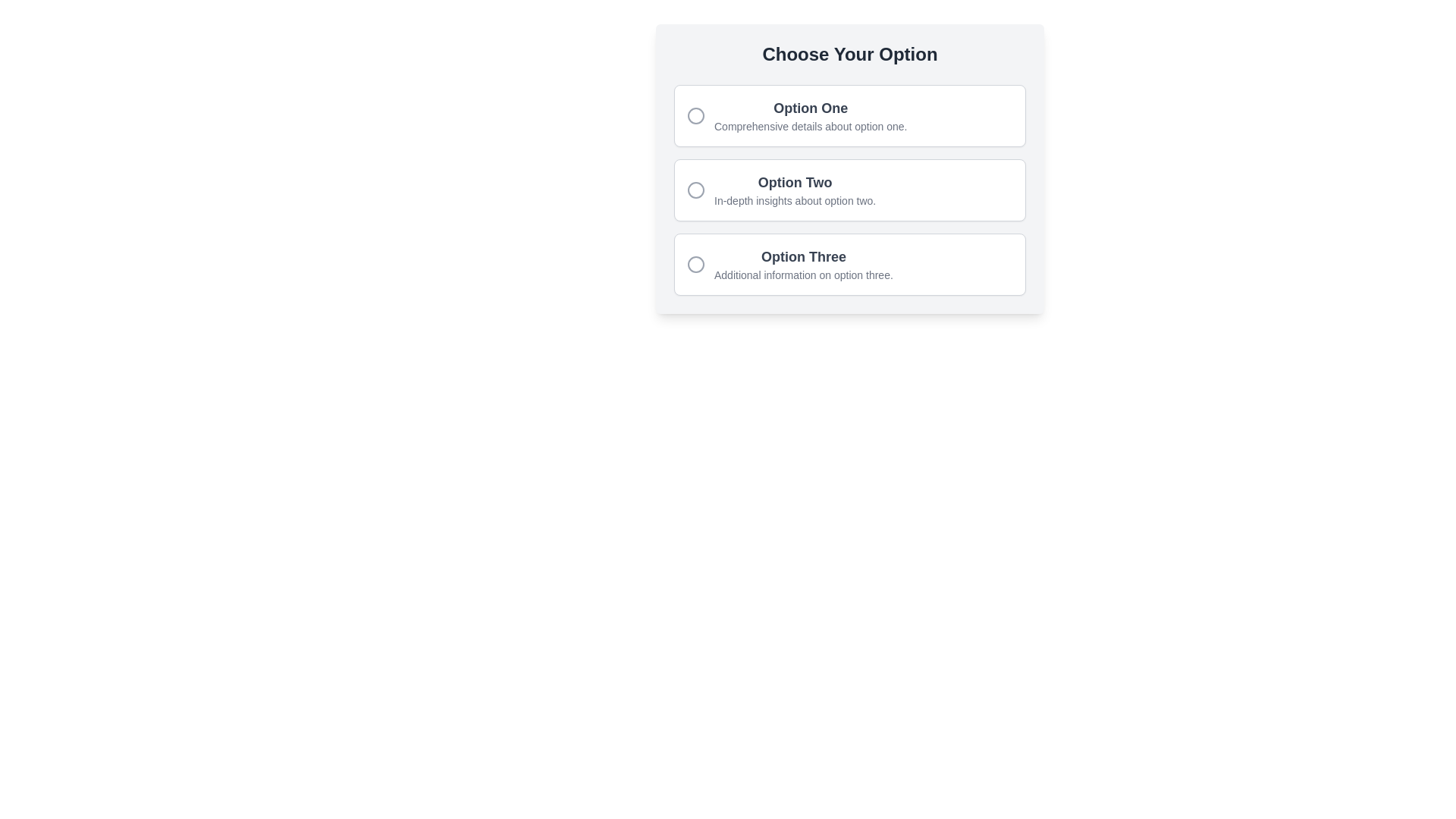 The image size is (1456, 819). I want to click on the second radio button in a vertical list of options, which is located below 'Option One' and above 'Option Three', so click(850, 189).